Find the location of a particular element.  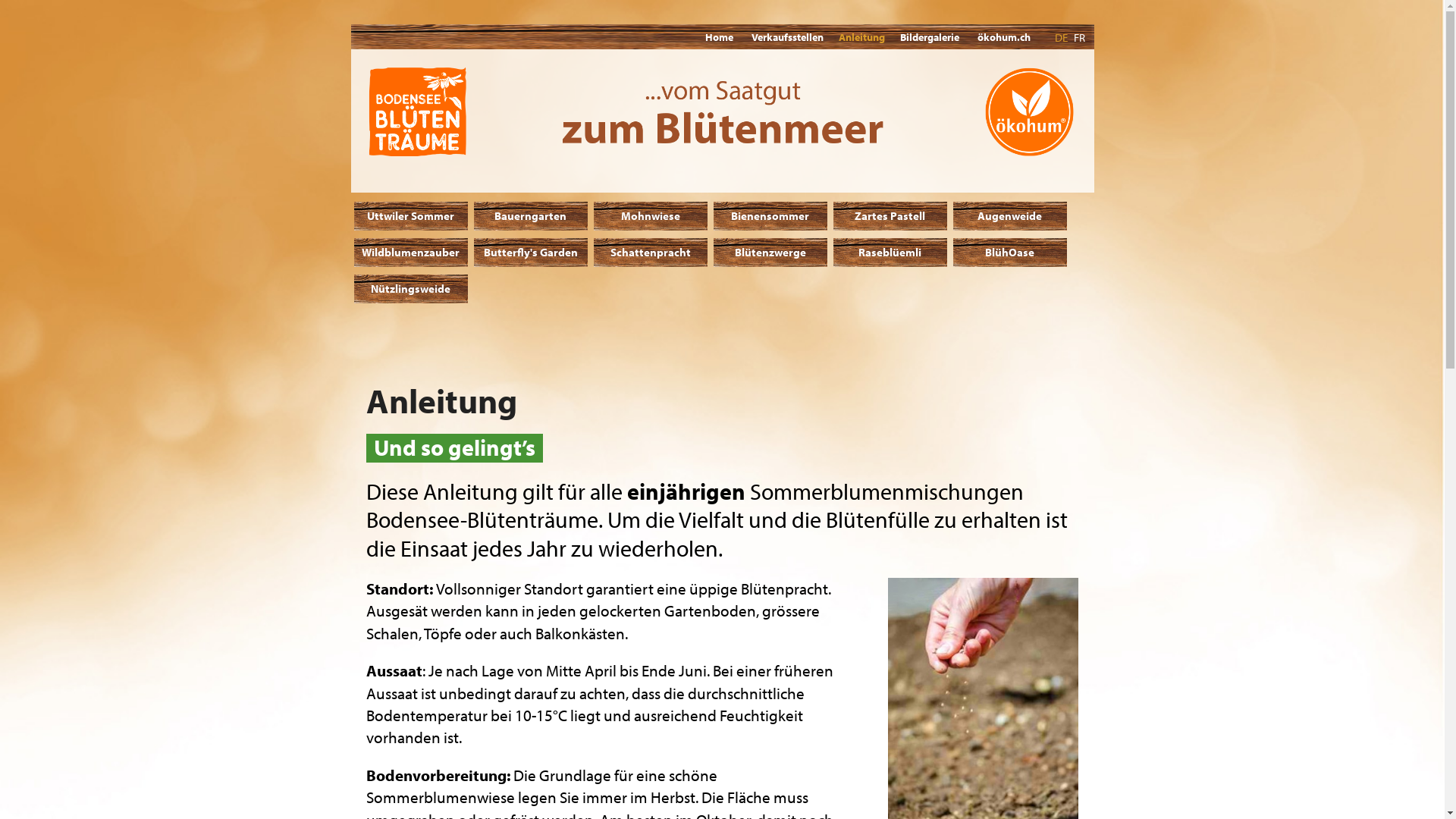

'Zartes Pastell' is located at coordinates (889, 216).